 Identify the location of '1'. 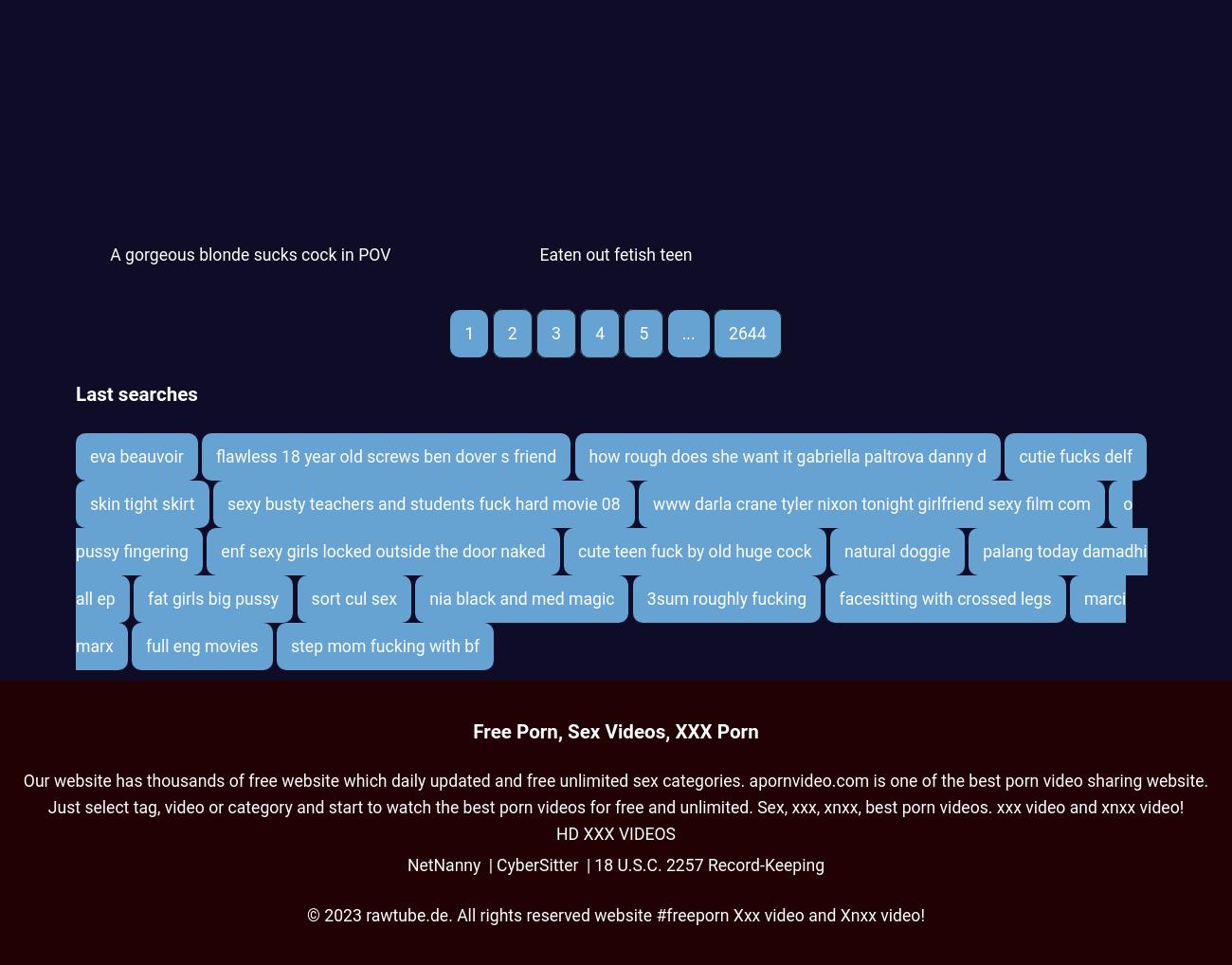
(463, 332).